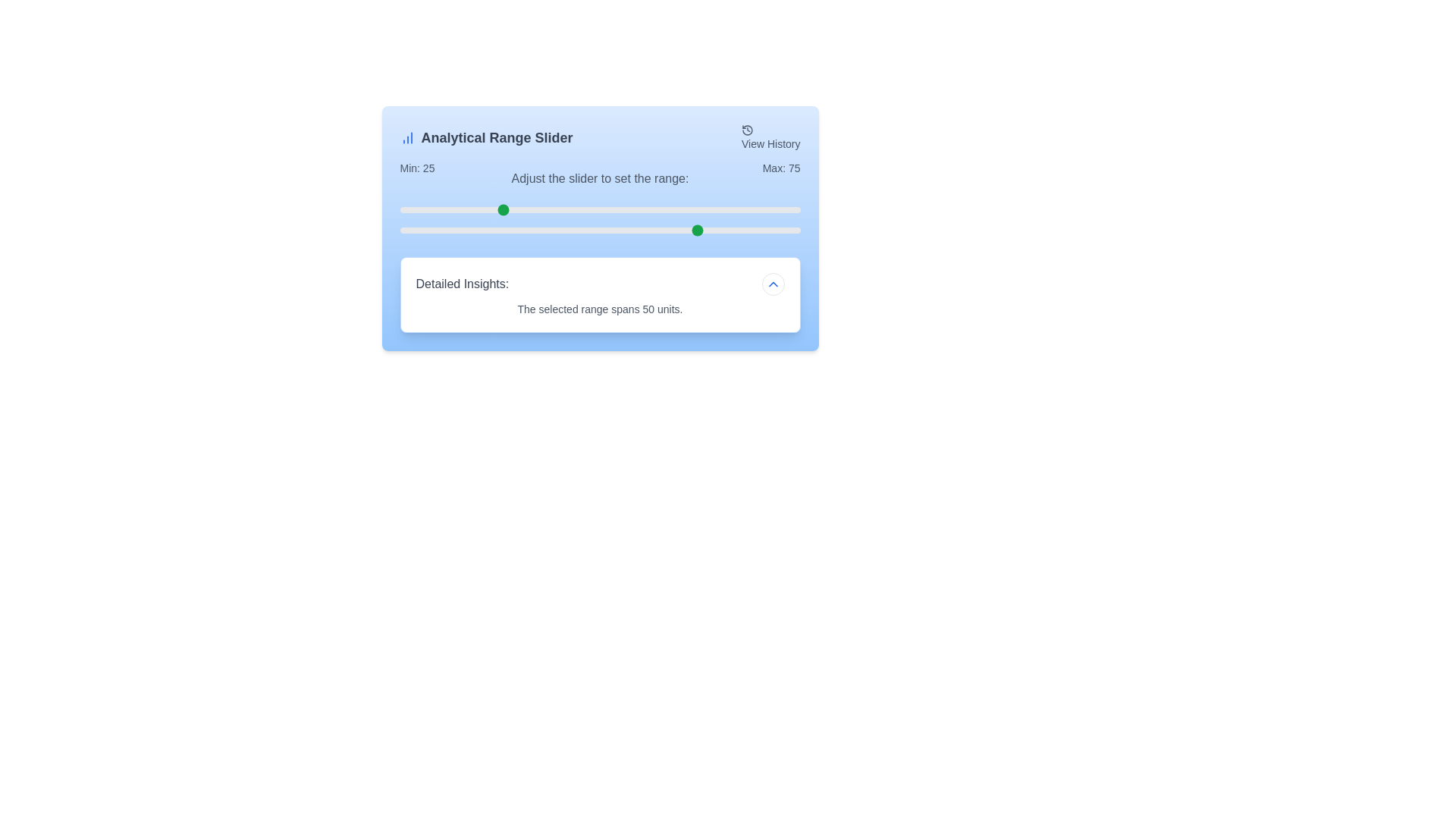  I want to click on the minimum range slider to 52, so click(607, 210).